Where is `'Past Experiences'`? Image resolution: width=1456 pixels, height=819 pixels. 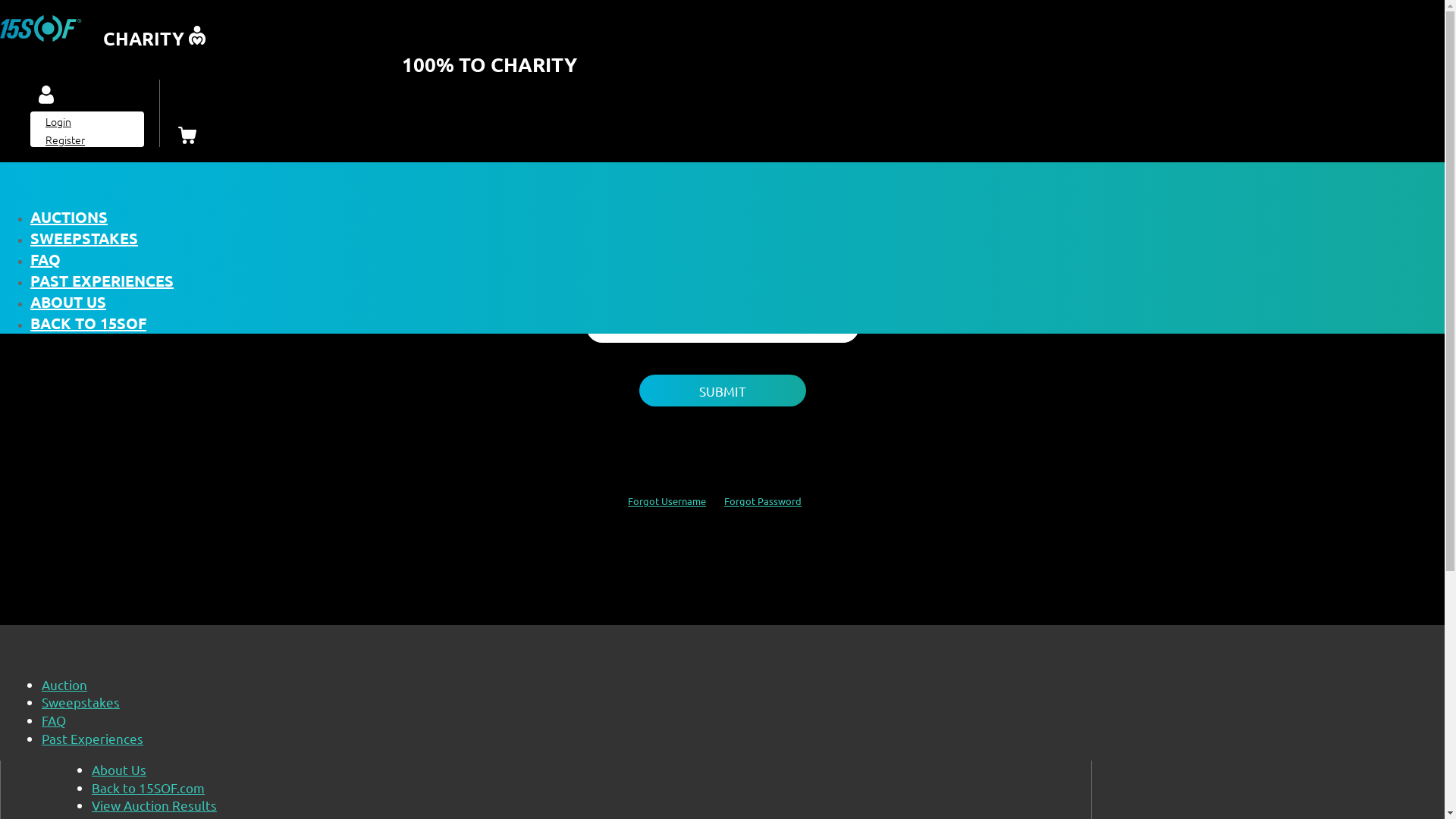 'Past Experiences' is located at coordinates (41, 737).